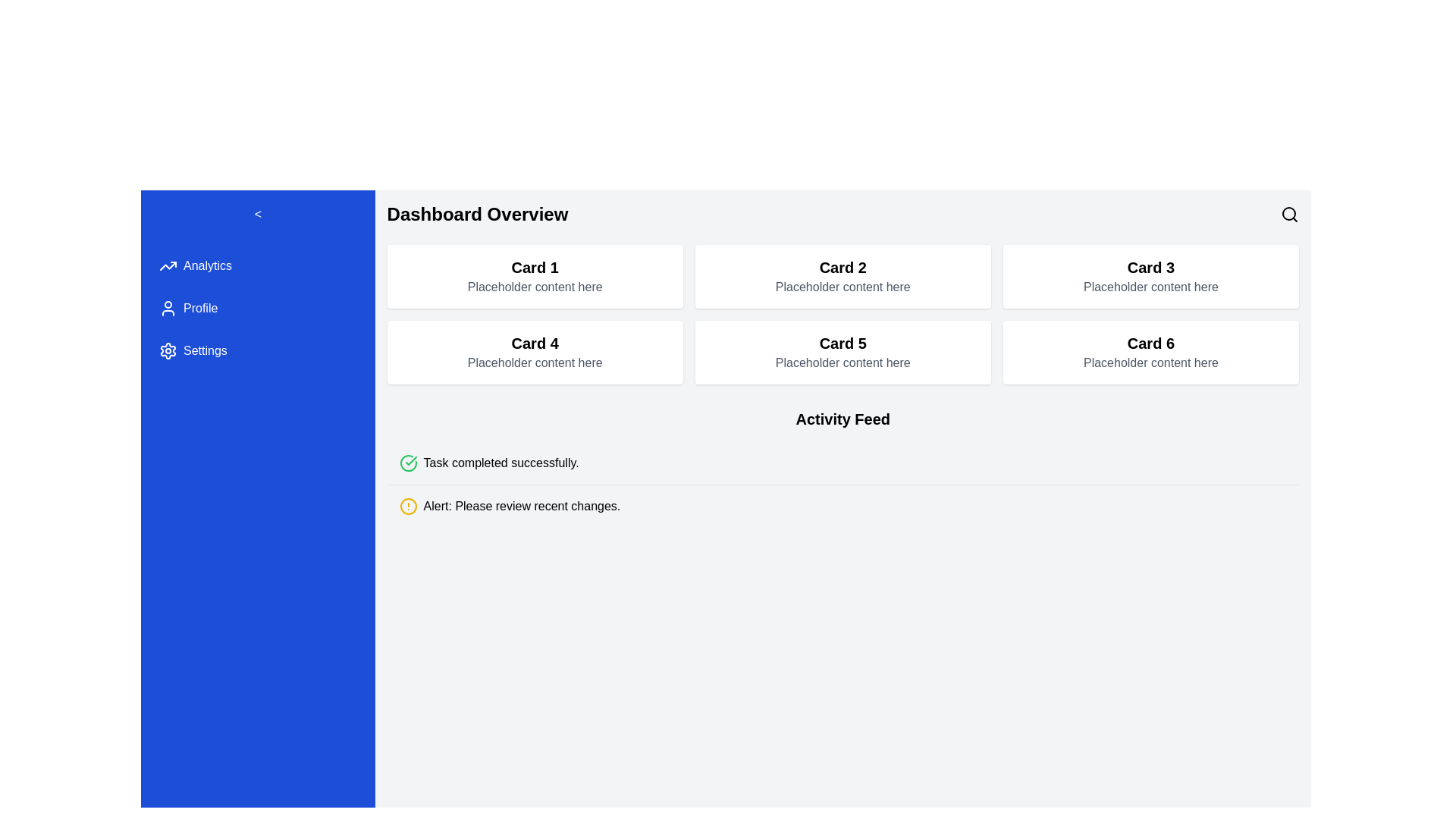  I want to click on the rectangular card labeled 'Card 4' with a white background and rounded corners, located in the second row of the grid under 'Dashboard Overview', so click(535, 353).